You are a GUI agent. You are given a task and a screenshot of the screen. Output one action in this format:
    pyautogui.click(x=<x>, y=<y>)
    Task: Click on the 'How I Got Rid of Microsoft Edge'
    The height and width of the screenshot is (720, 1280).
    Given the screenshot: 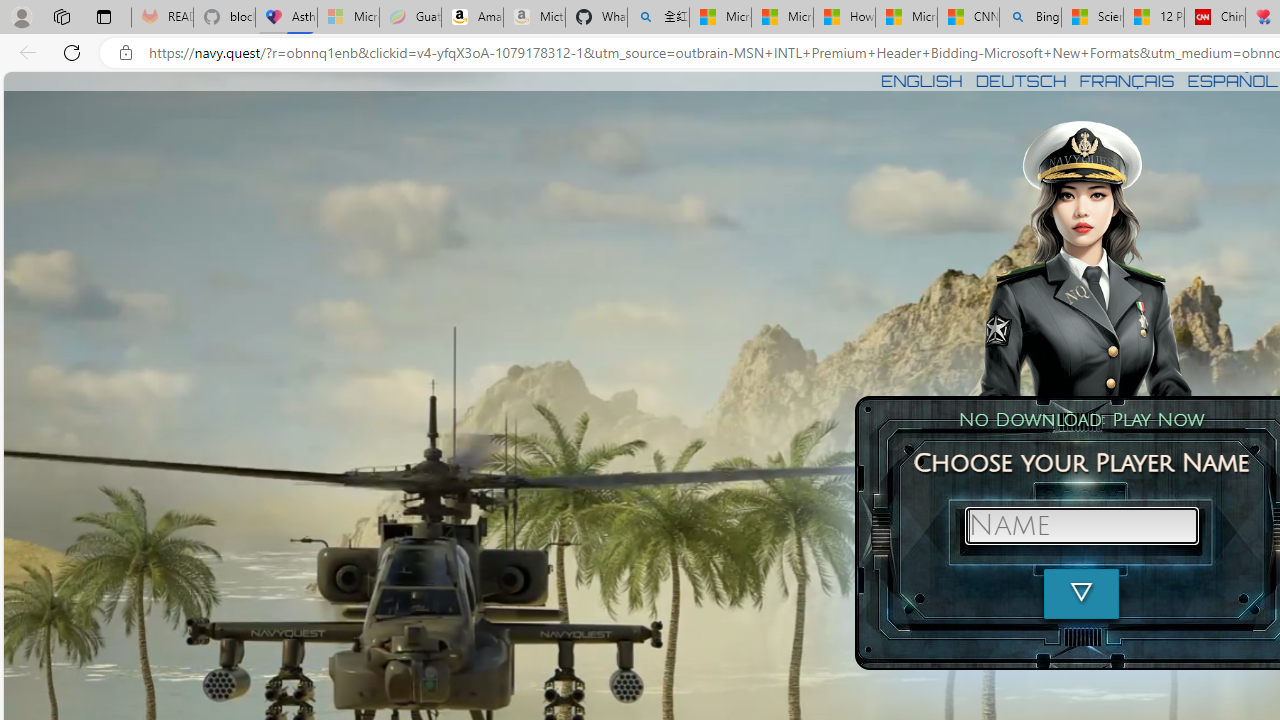 What is the action you would take?
    pyautogui.click(x=844, y=17)
    